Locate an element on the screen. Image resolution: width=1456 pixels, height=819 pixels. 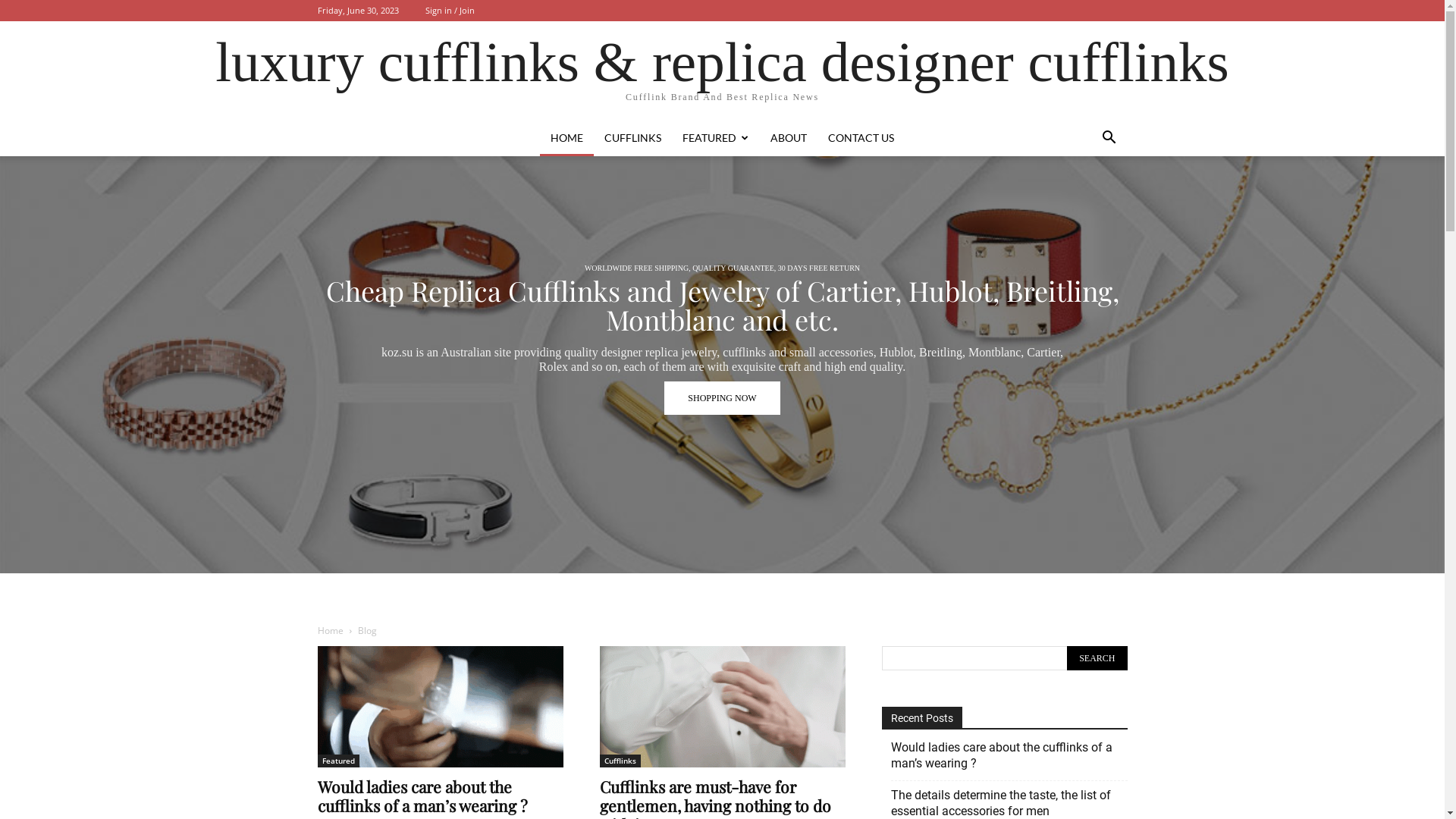
'Featured' is located at coordinates (337, 761).